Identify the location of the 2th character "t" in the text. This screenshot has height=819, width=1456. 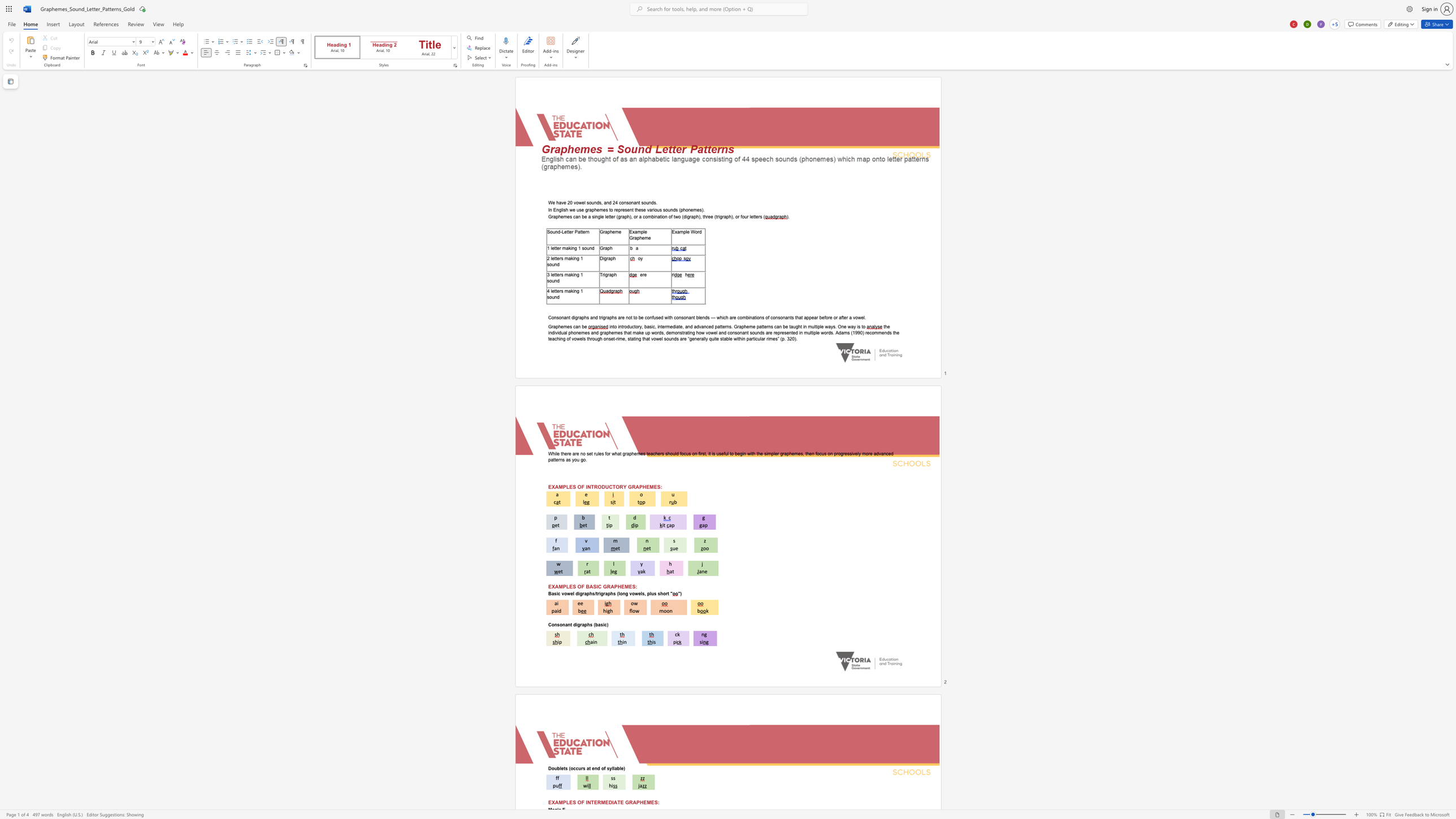
(569, 231).